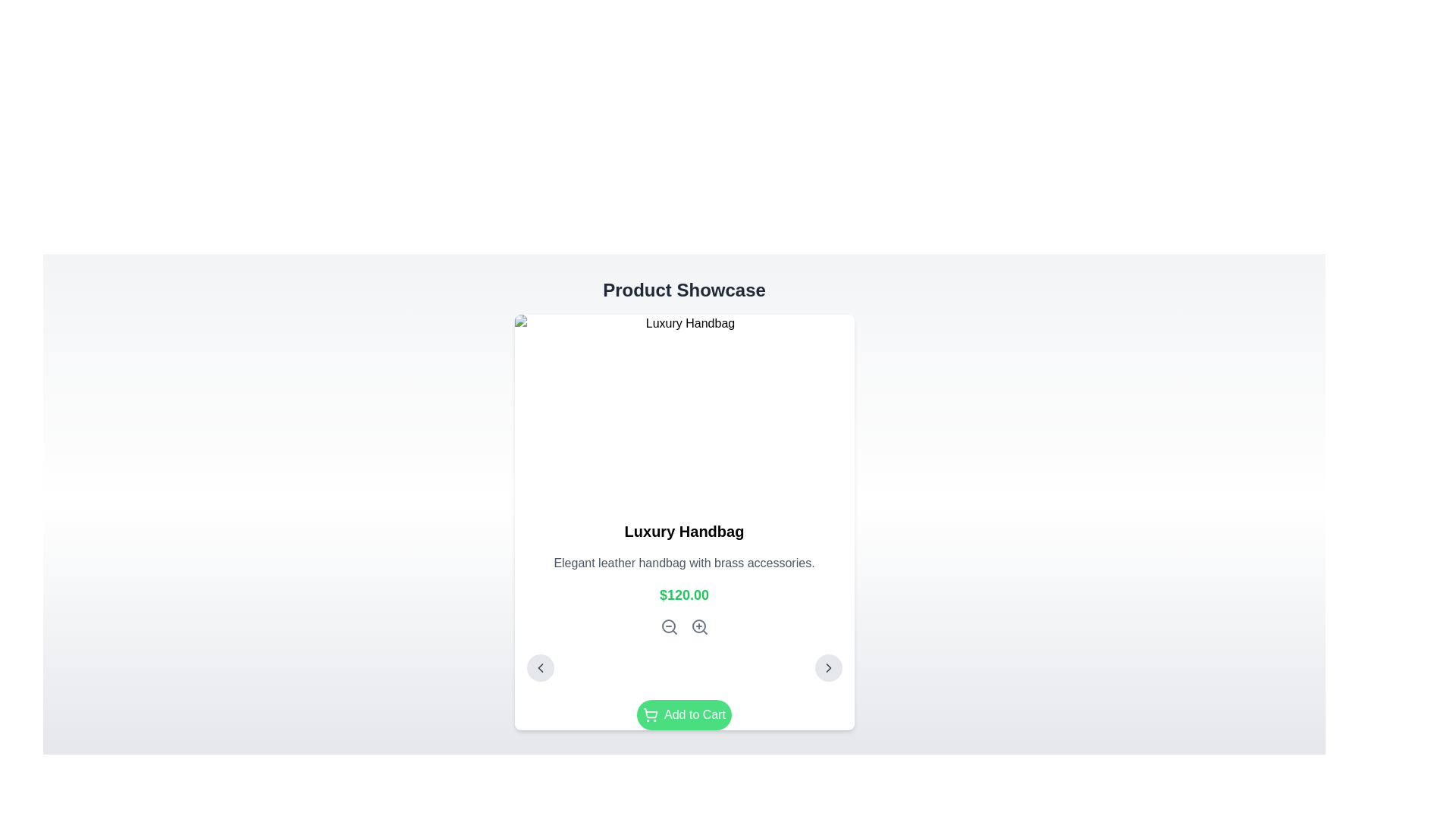 Image resolution: width=1456 pixels, height=819 pixels. I want to click on the circular button with a soft gray background and a right-facing chevron icon, so click(827, 667).